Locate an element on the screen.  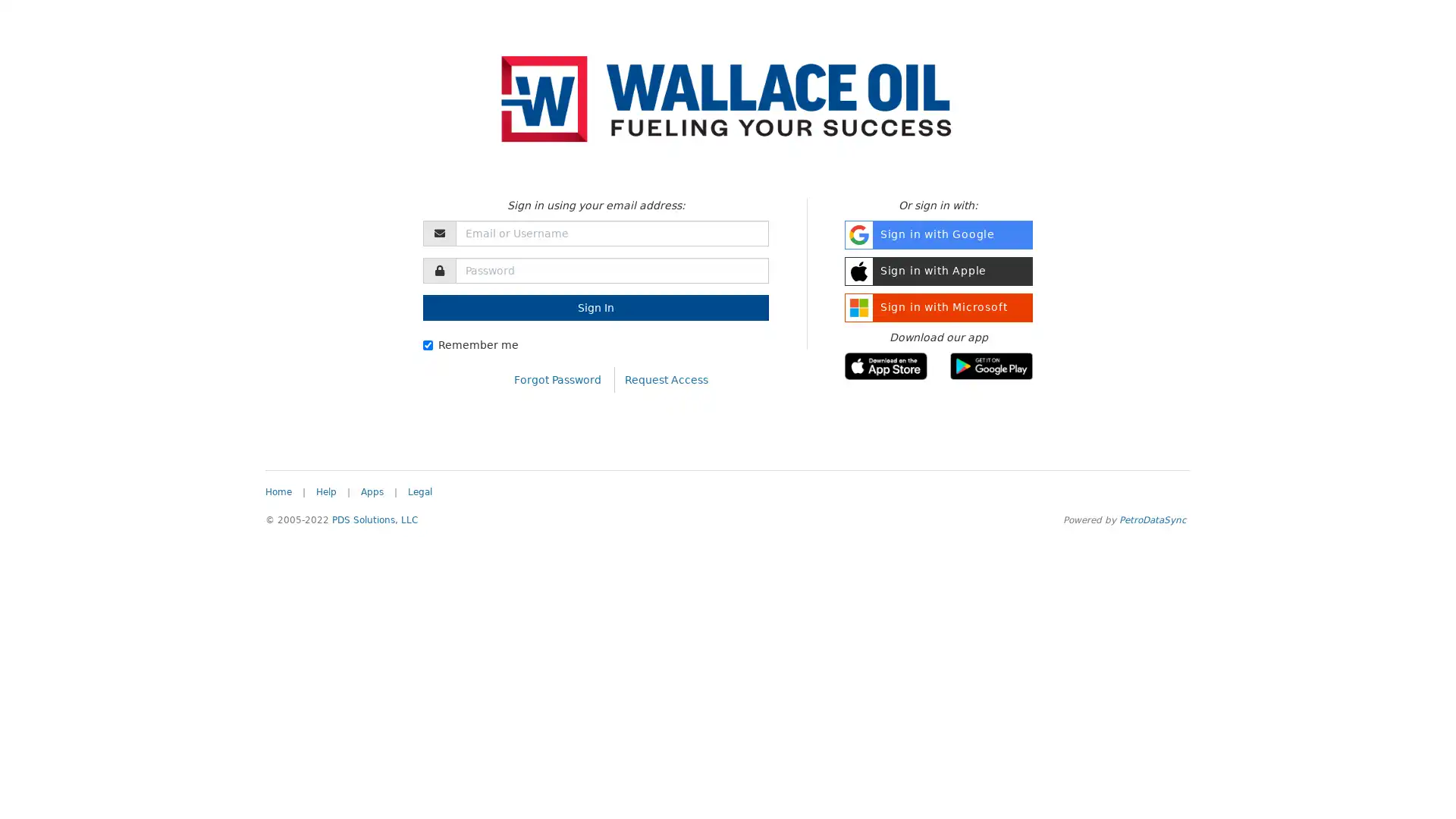
Request Access is located at coordinates (666, 378).